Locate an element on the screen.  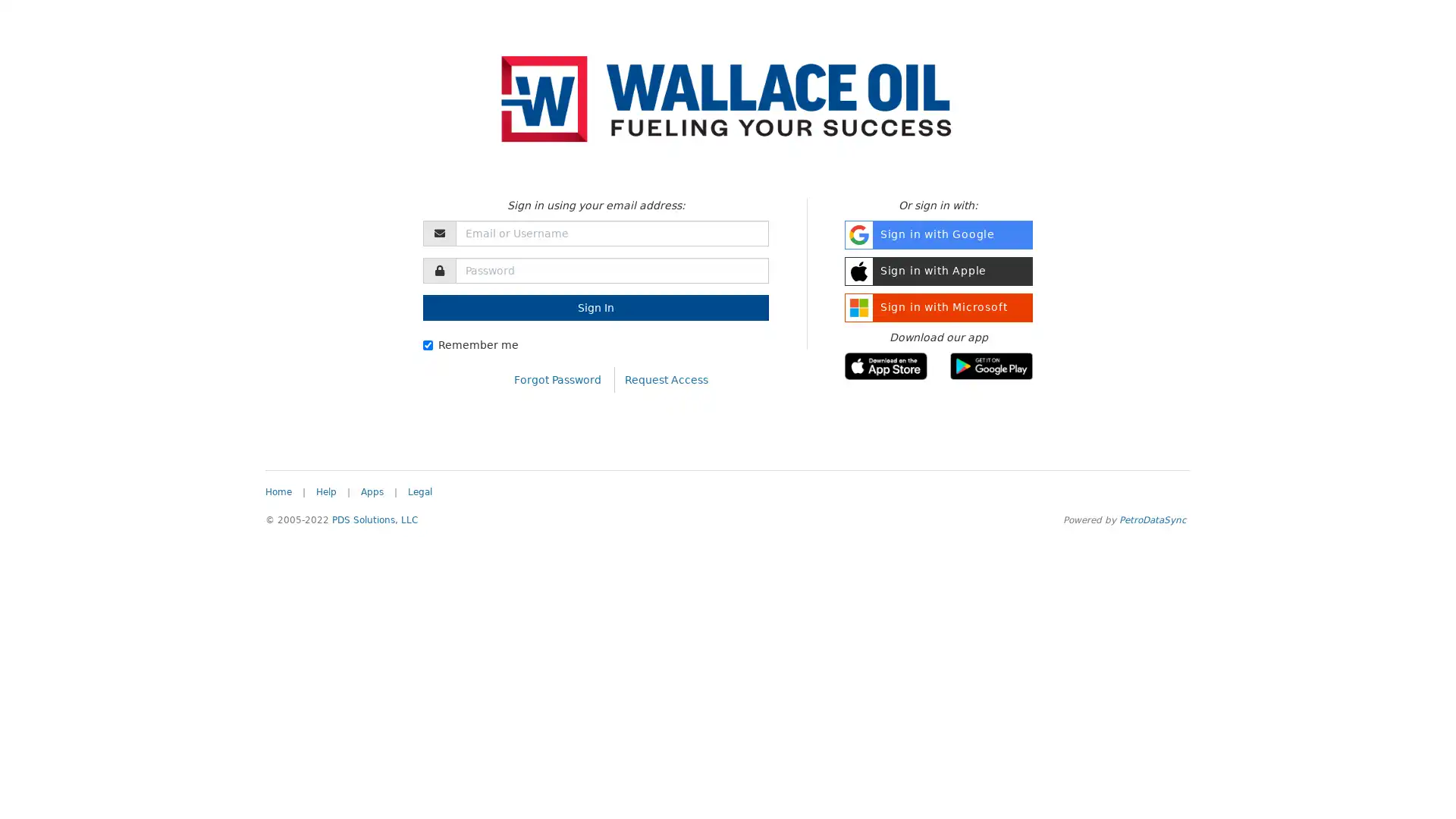
Request Access is located at coordinates (666, 378).